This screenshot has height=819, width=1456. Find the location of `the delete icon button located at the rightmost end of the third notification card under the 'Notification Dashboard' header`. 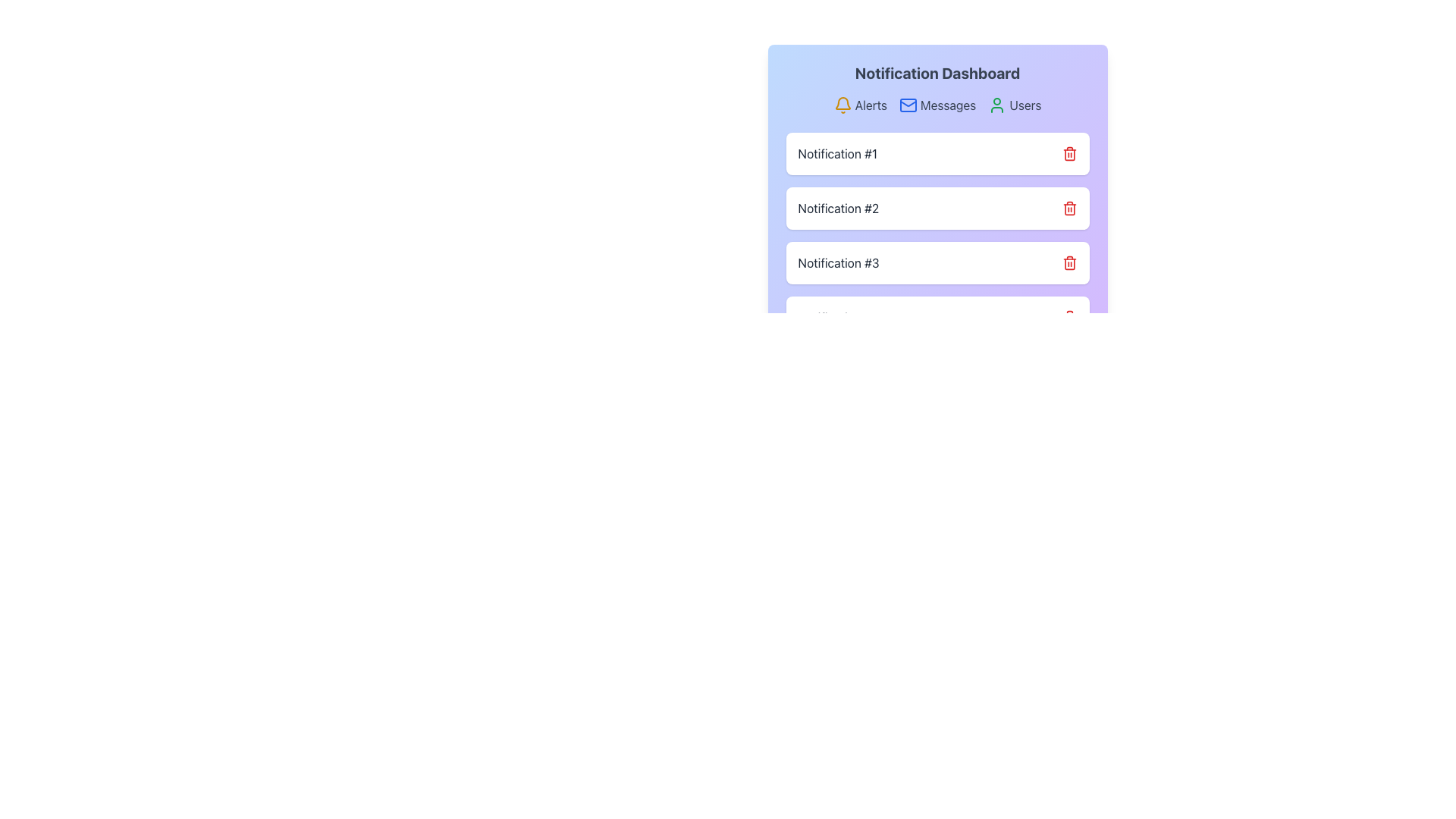

the delete icon button located at the rightmost end of the third notification card under the 'Notification Dashboard' header is located at coordinates (1068, 262).